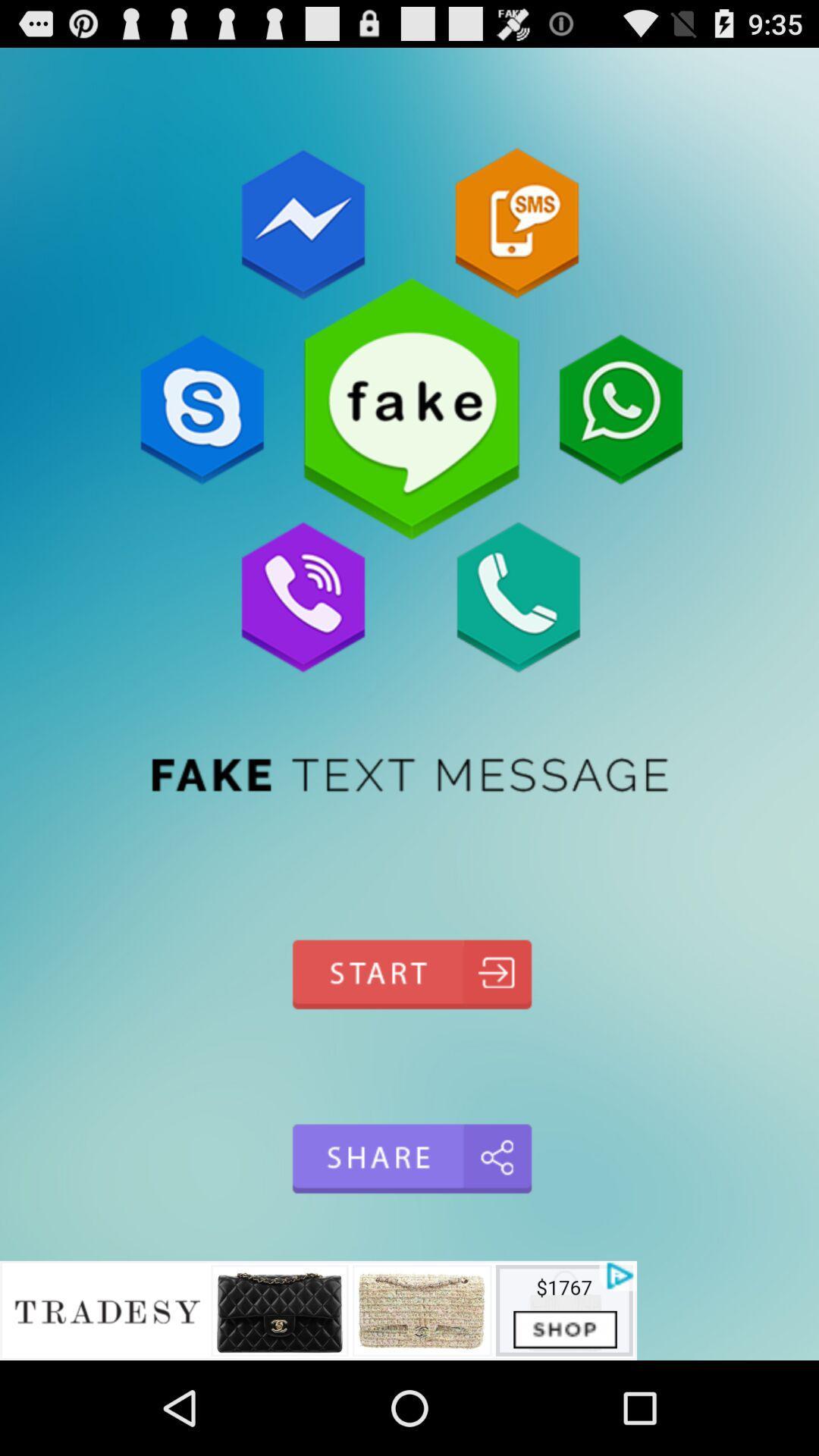 Image resolution: width=819 pixels, height=1456 pixels. I want to click on the videocam icon, so click(409, 1240).